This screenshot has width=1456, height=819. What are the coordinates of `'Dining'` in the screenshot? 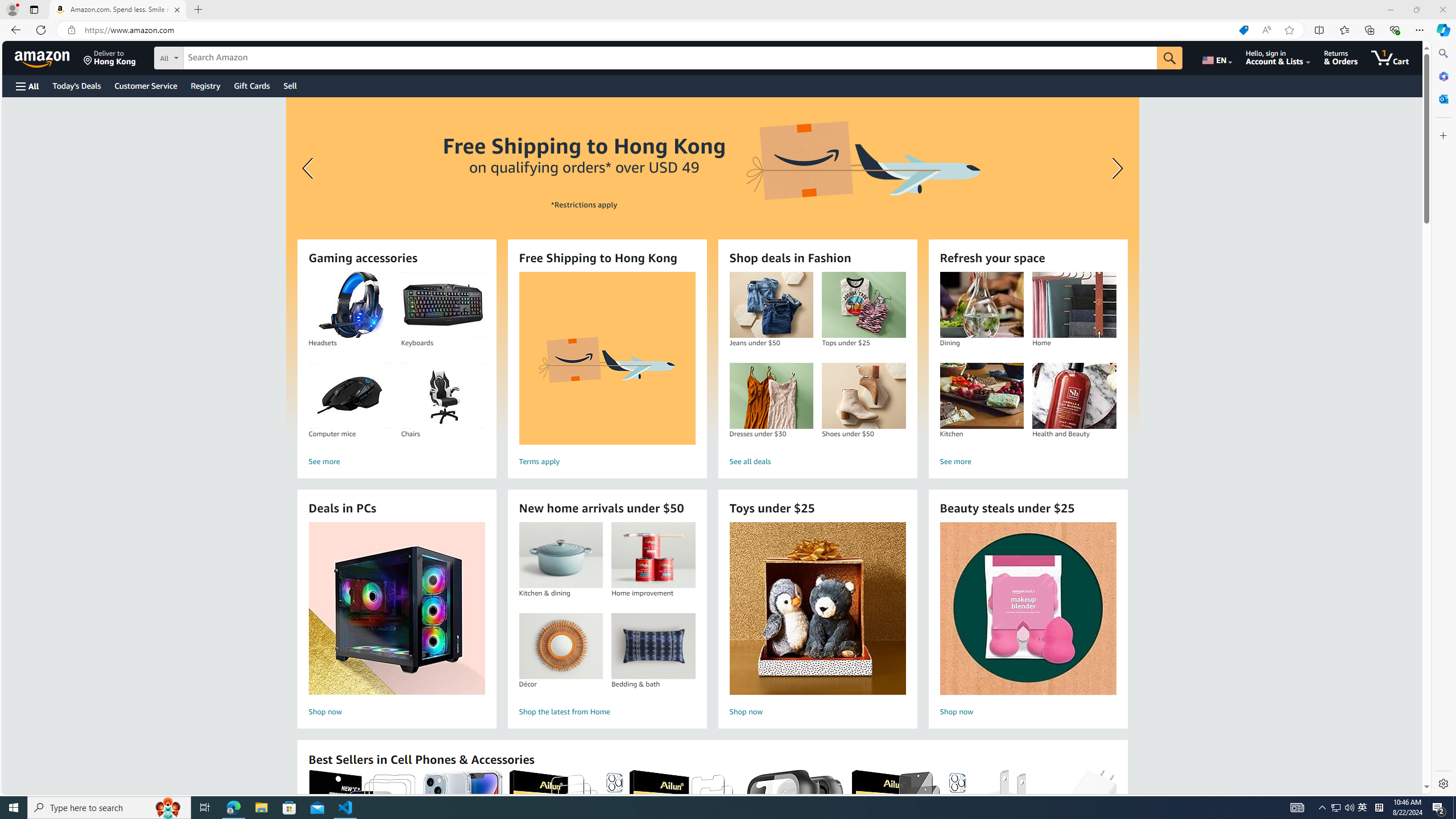 It's located at (981, 305).